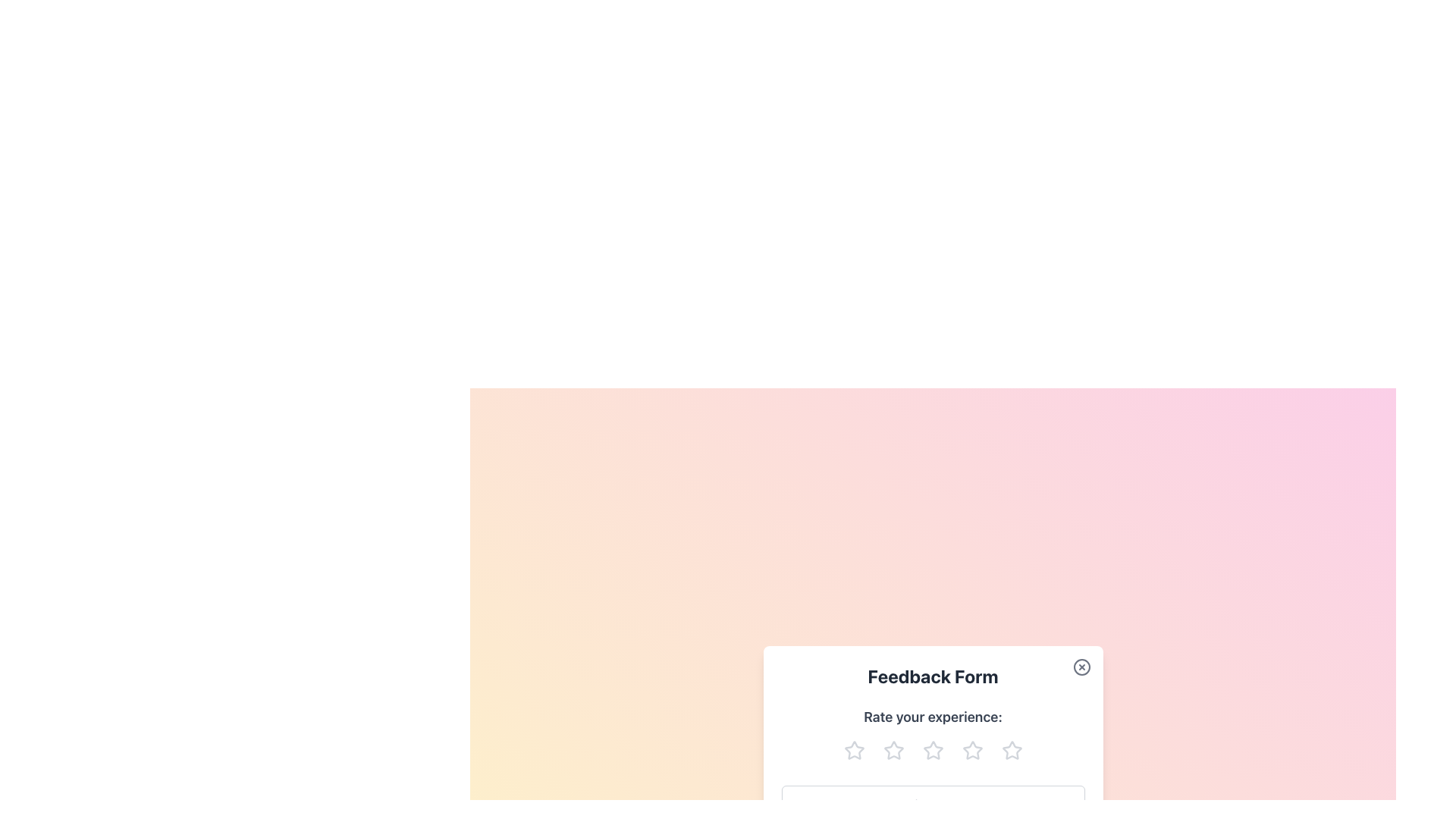  What do you see at coordinates (893, 751) in the screenshot?
I see `the second star rating button located beneath the text 'Rate your experience:' in the feedback form section to provide a rating` at bounding box center [893, 751].